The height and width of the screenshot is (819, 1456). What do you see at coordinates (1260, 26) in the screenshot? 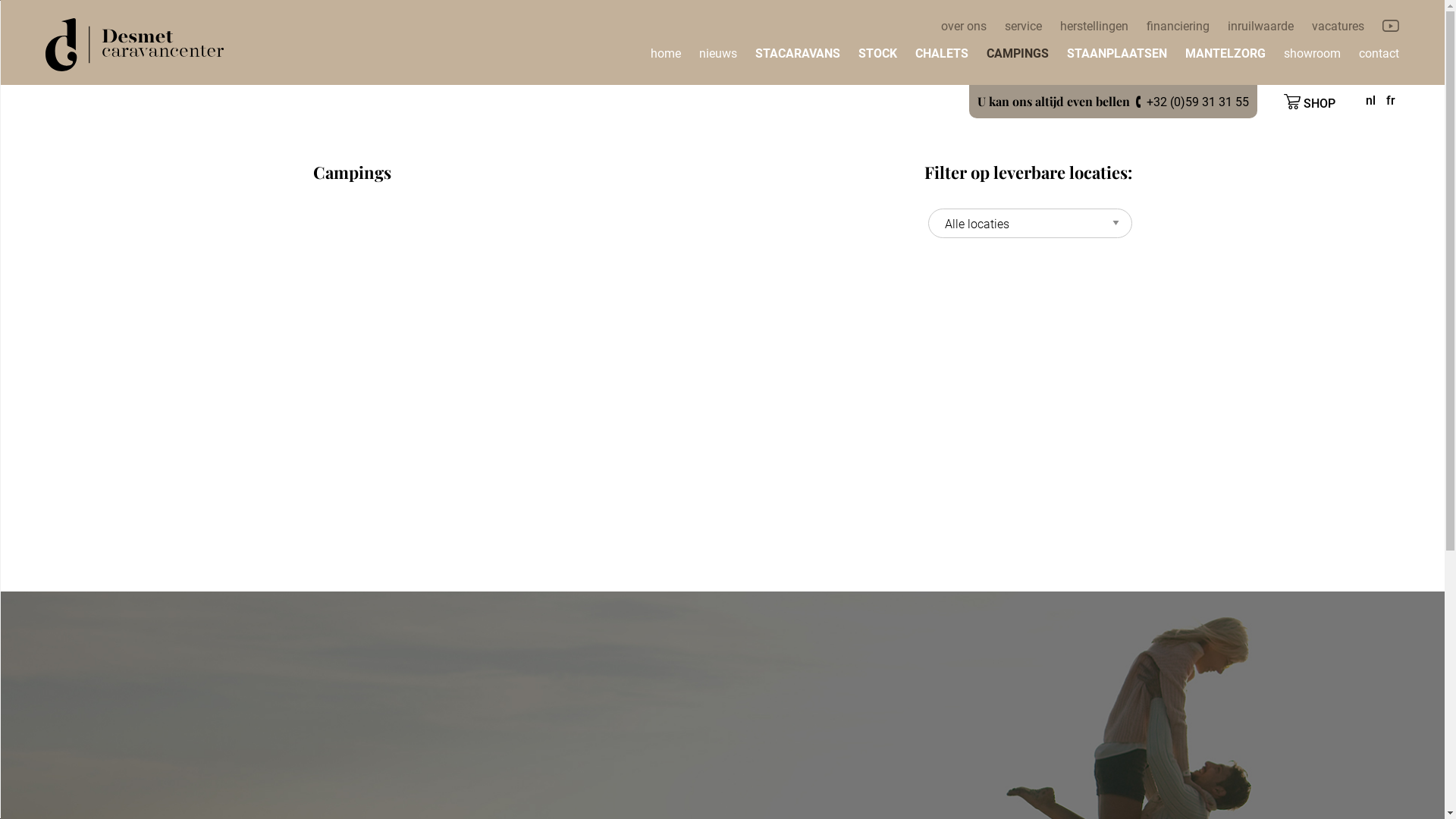
I see `'inruilwaarde'` at bounding box center [1260, 26].